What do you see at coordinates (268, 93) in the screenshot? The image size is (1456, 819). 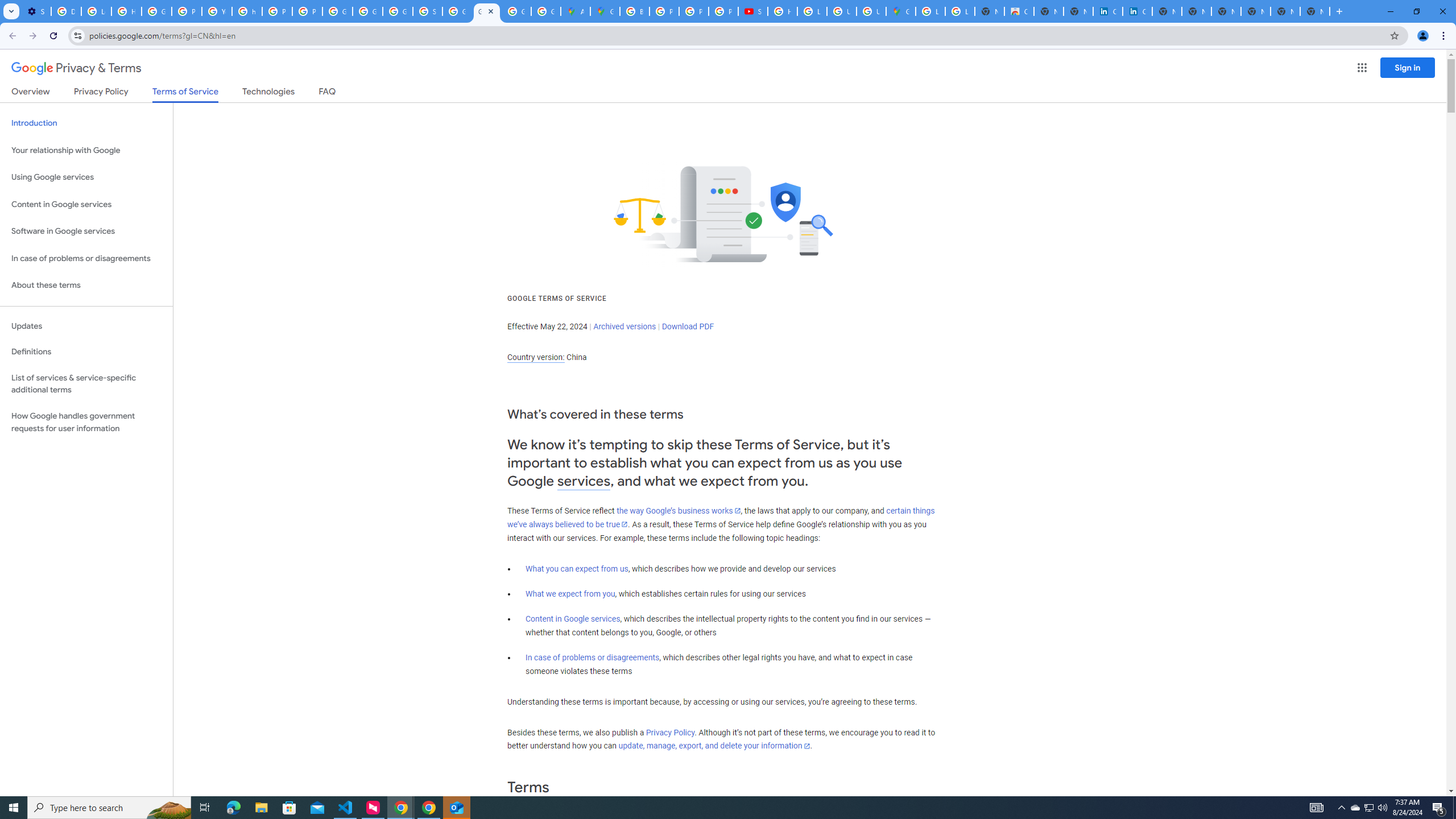 I see `'Technologies'` at bounding box center [268, 93].